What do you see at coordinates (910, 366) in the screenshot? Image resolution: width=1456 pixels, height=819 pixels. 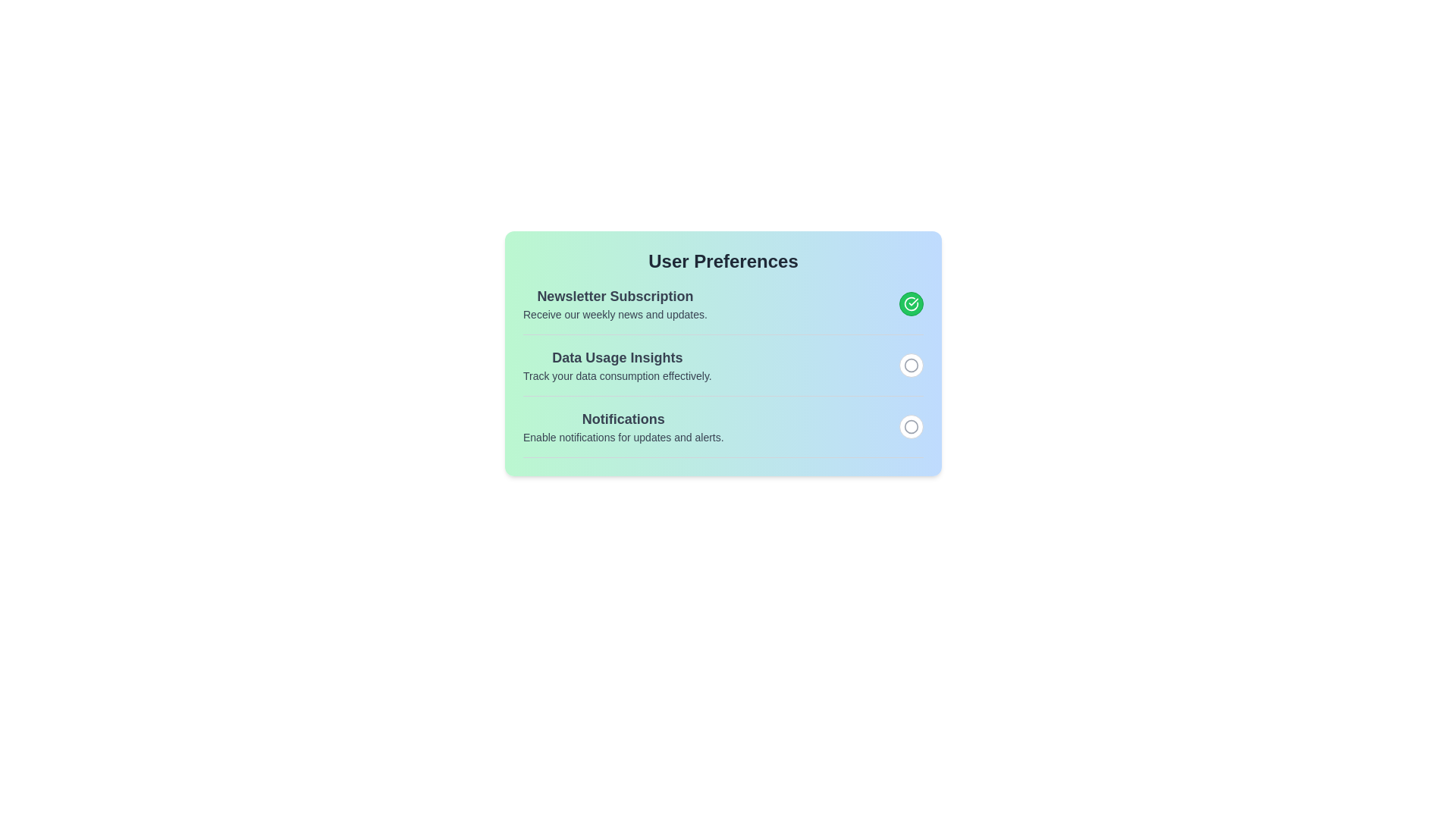 I see `the toggle button for 'Data Usage Insights' in the 'User Preferences' section, located to the right of the corresponding text` at bounding box center [910, 366].